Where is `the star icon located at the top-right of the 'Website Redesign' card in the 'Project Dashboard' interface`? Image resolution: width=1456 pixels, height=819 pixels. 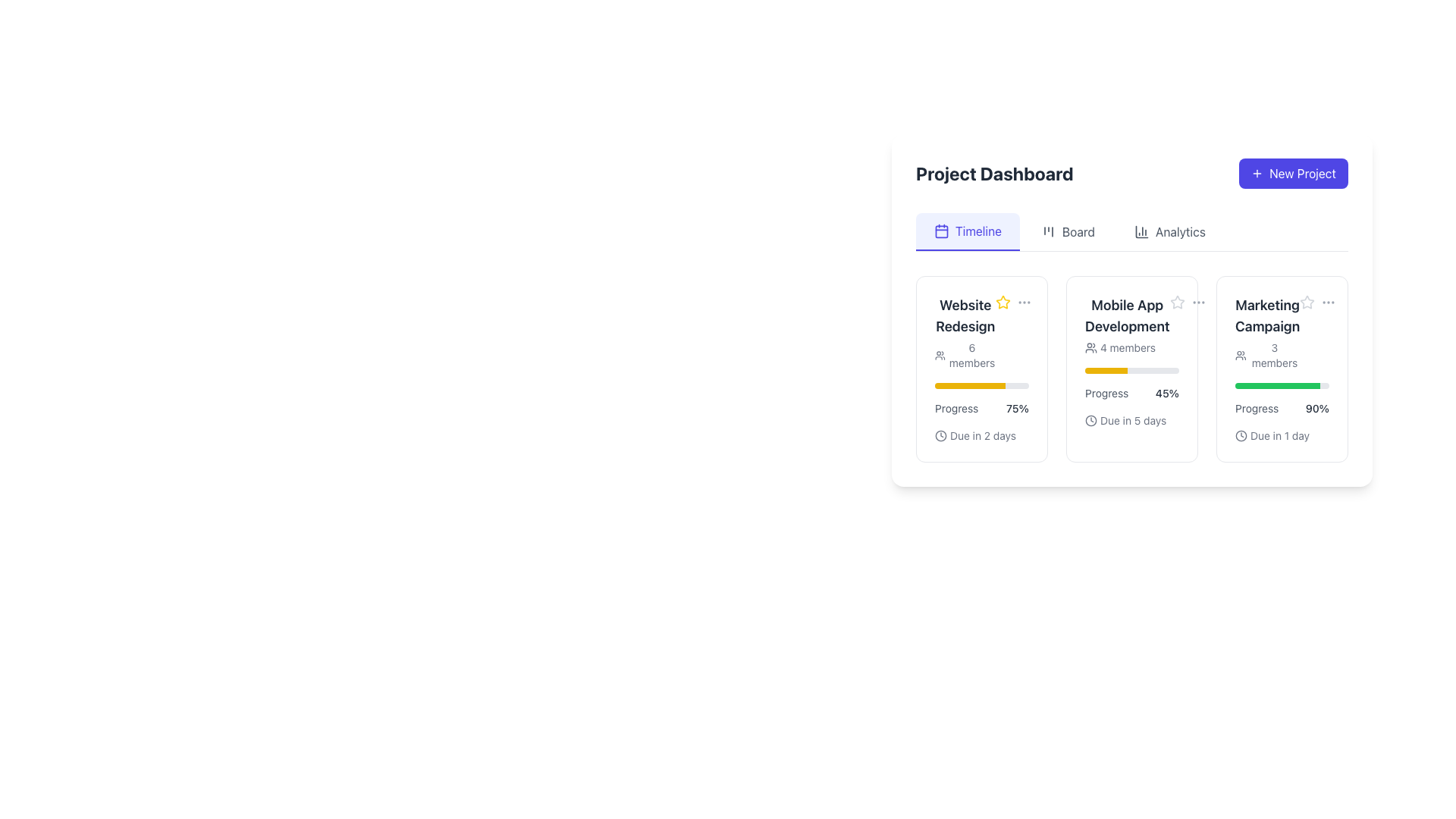 the star icon located at the top-right of the 'Website Redesign' card in the 'Project Dashboard' interface is located at coordinates (1003, 302).